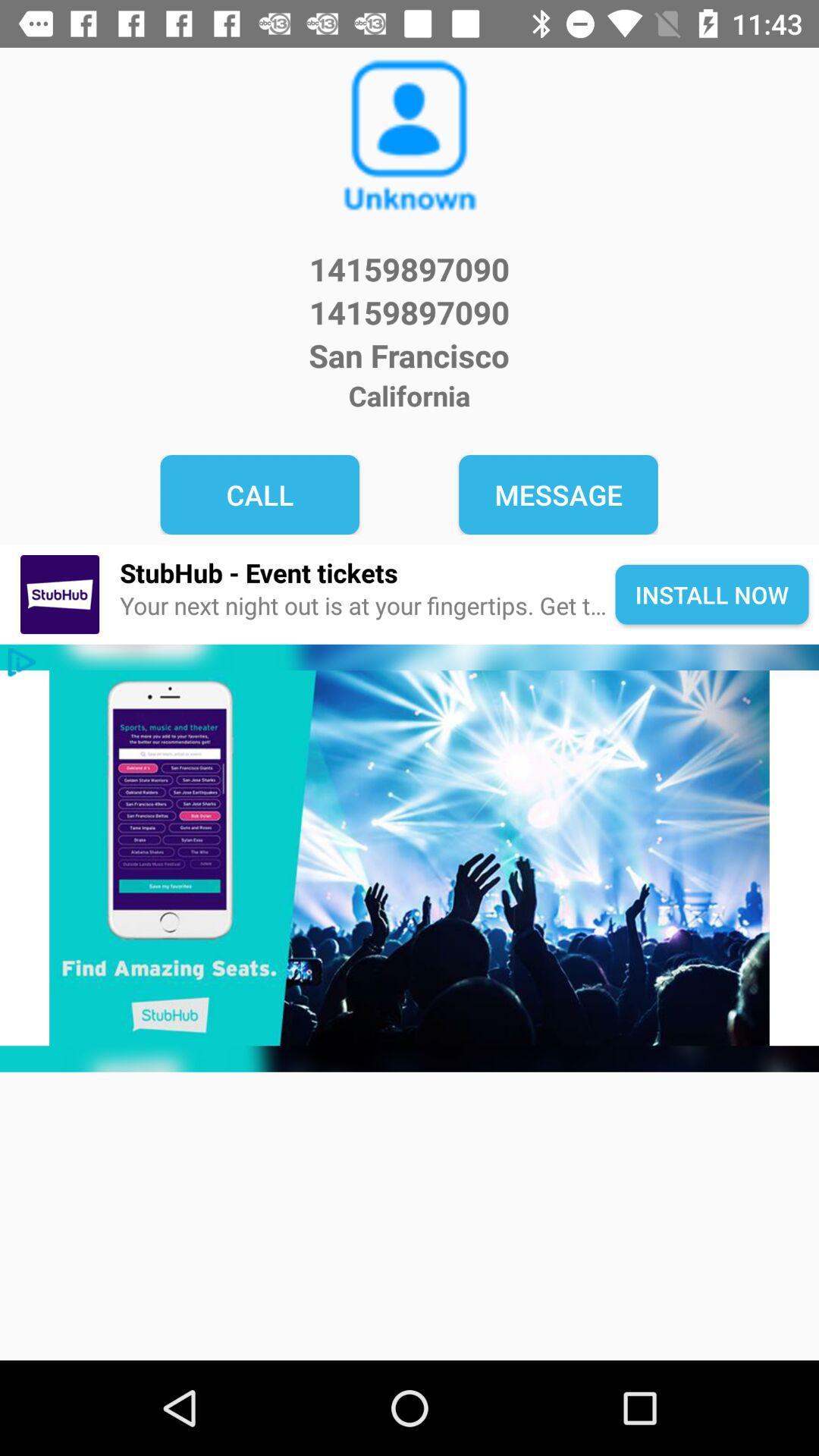 This screenshot has width=819, height=1456. I want to click on your next night icon, so click(367, 605).